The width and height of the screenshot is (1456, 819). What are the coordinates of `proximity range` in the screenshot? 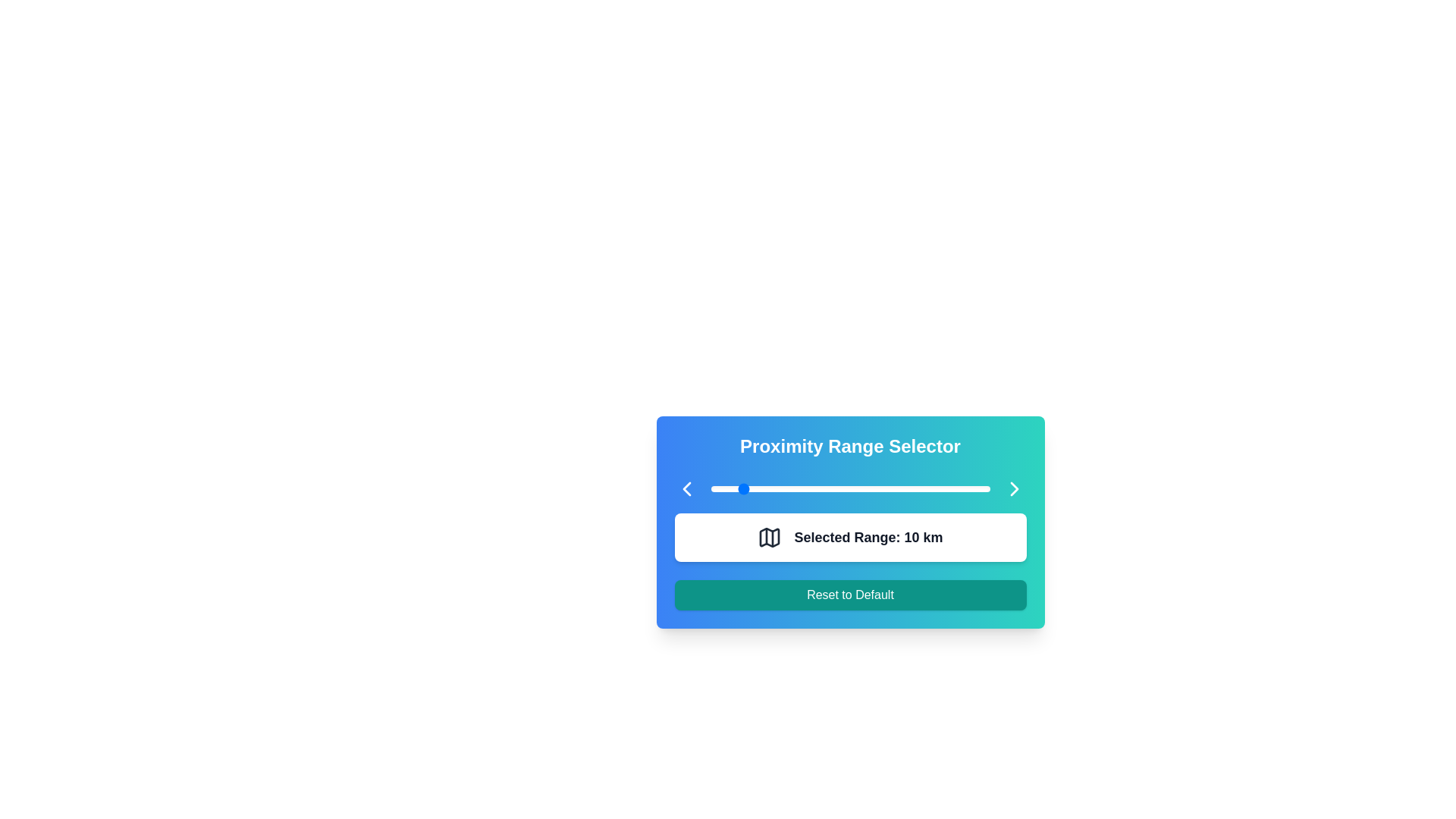 It's located at (805, 488).